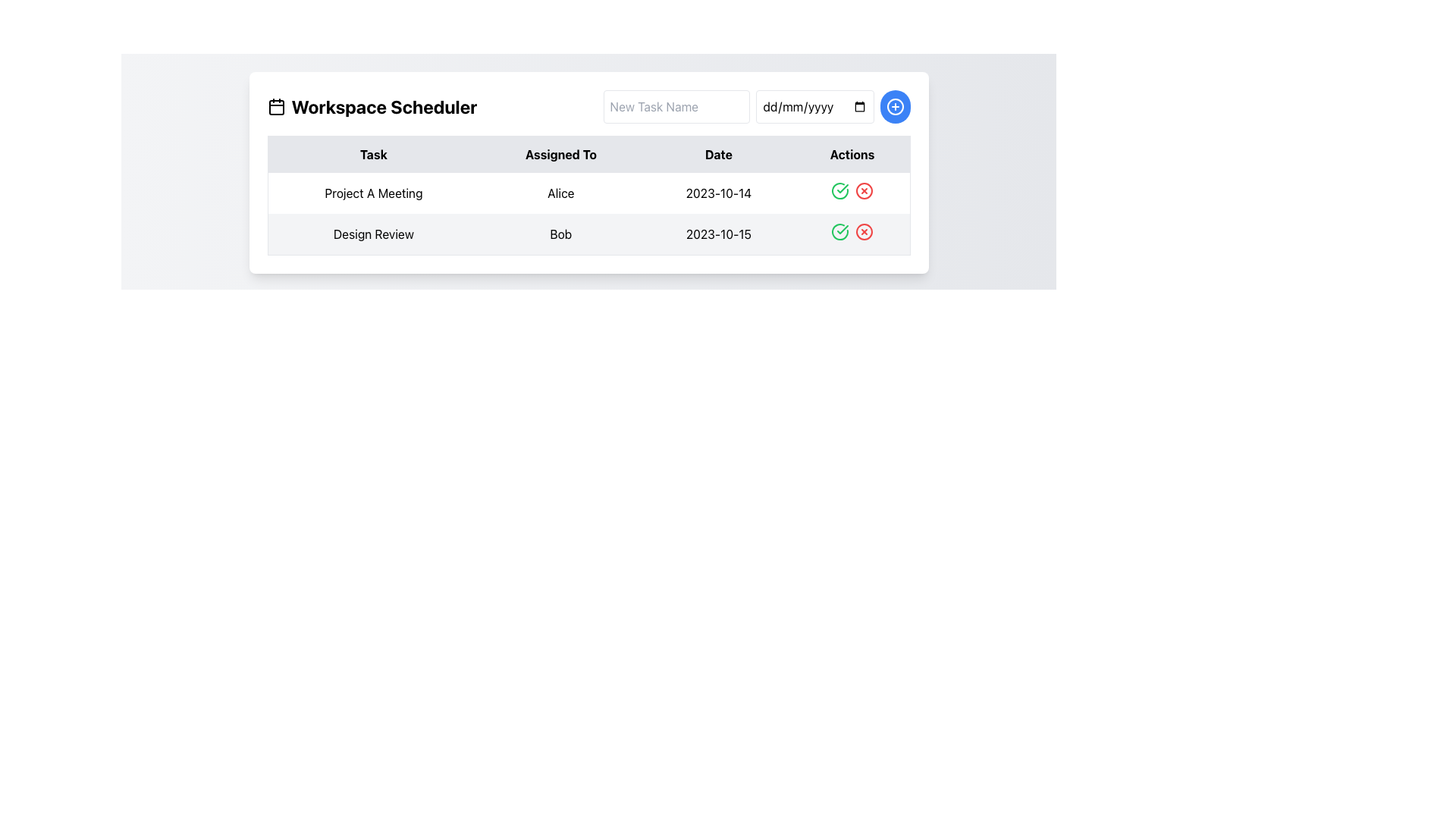 The image size is (1456, 819). I want to click on the action confirmation icon in the 'Actions' column of the second row in the table for the task 'Design Review', so click(842, 230).